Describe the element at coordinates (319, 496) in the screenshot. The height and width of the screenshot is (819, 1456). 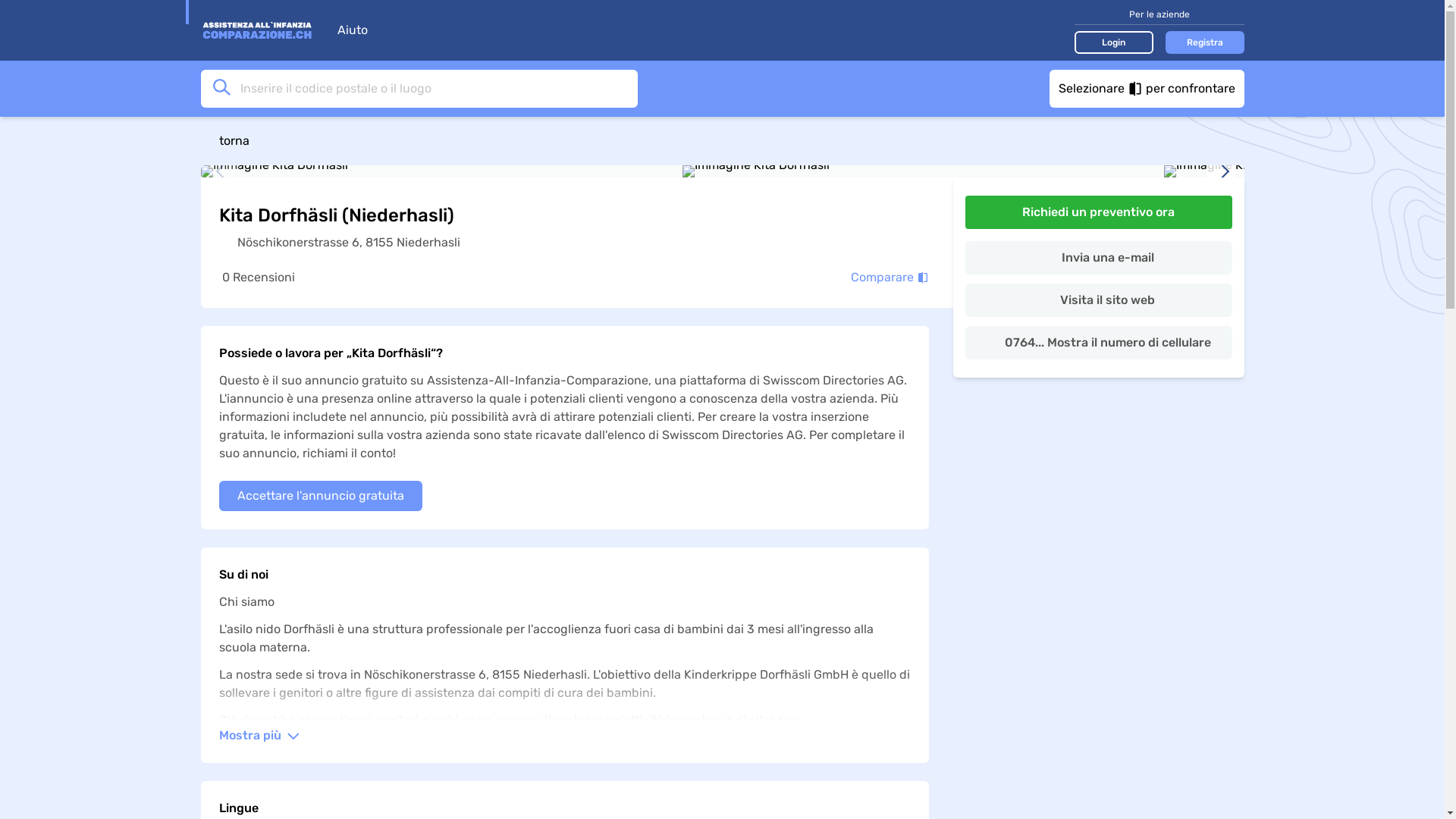
I see `'Accettare l'annuncio gratuita'` at that location.